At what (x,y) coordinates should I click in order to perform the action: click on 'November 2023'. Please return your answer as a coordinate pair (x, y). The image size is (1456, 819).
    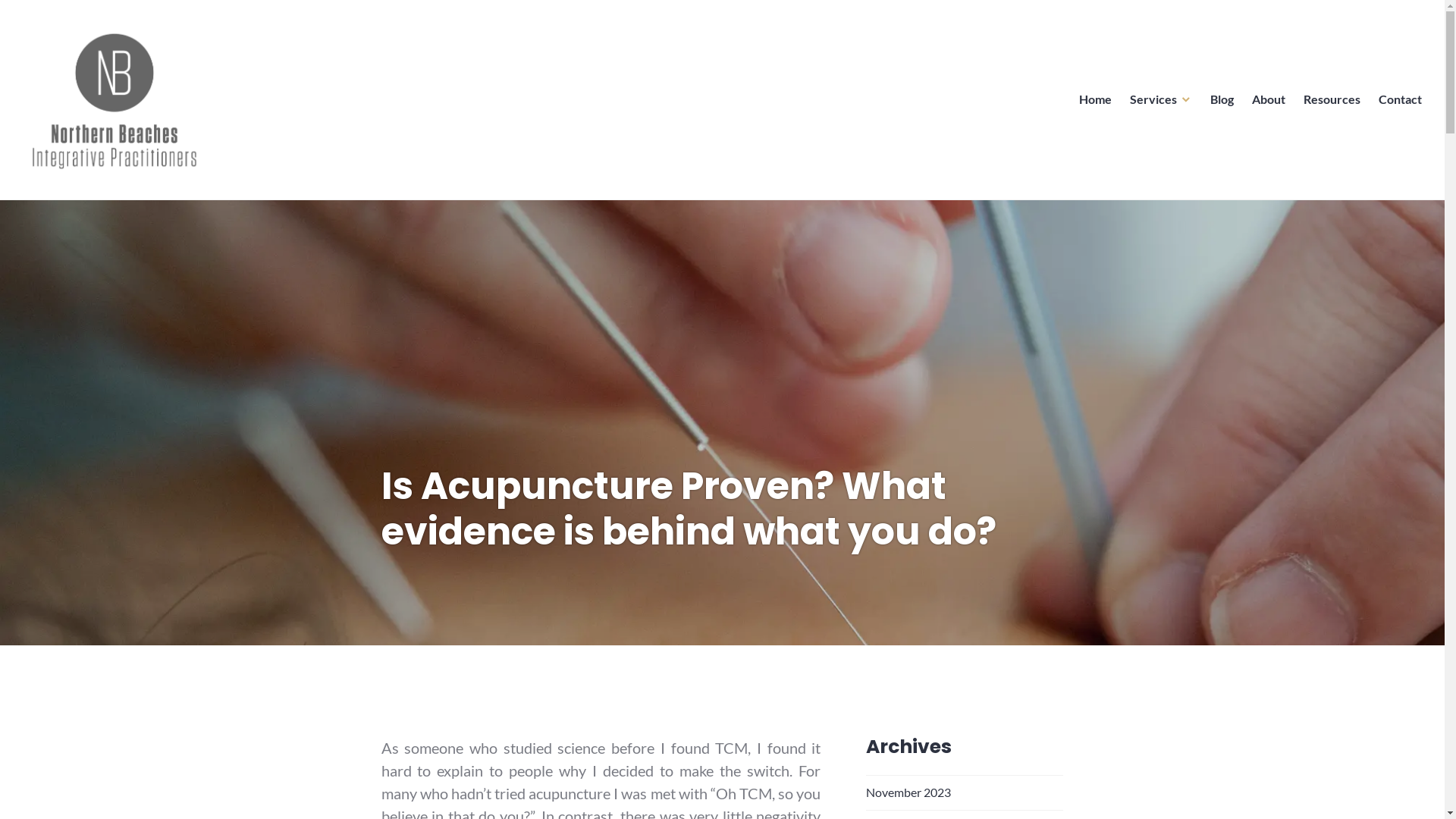
    Looking at the image, I should click on (866, 791).